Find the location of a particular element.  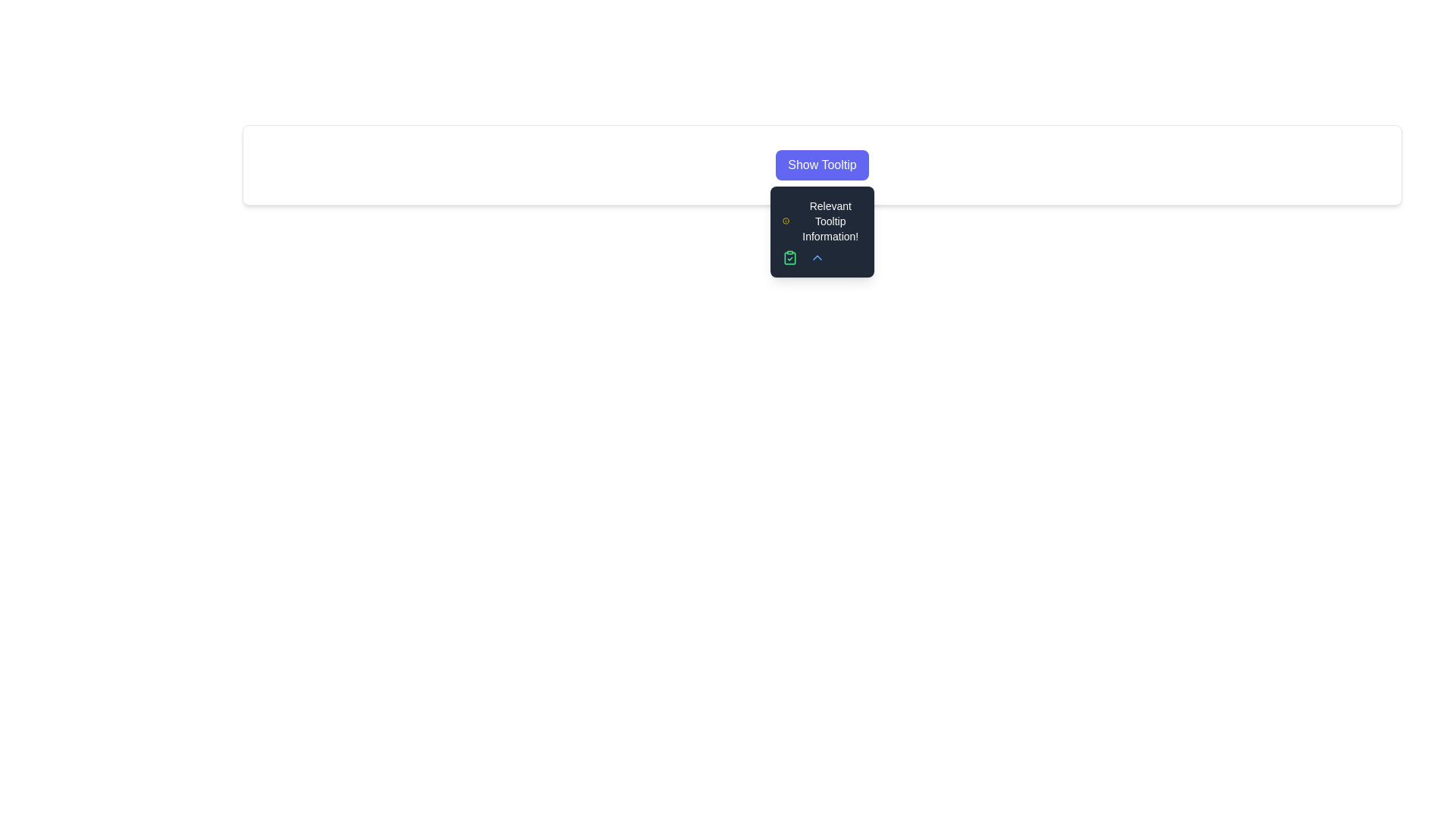

the tooltip containing 'Relevant Tooltip Information!' is located at coordinates (821, 231).